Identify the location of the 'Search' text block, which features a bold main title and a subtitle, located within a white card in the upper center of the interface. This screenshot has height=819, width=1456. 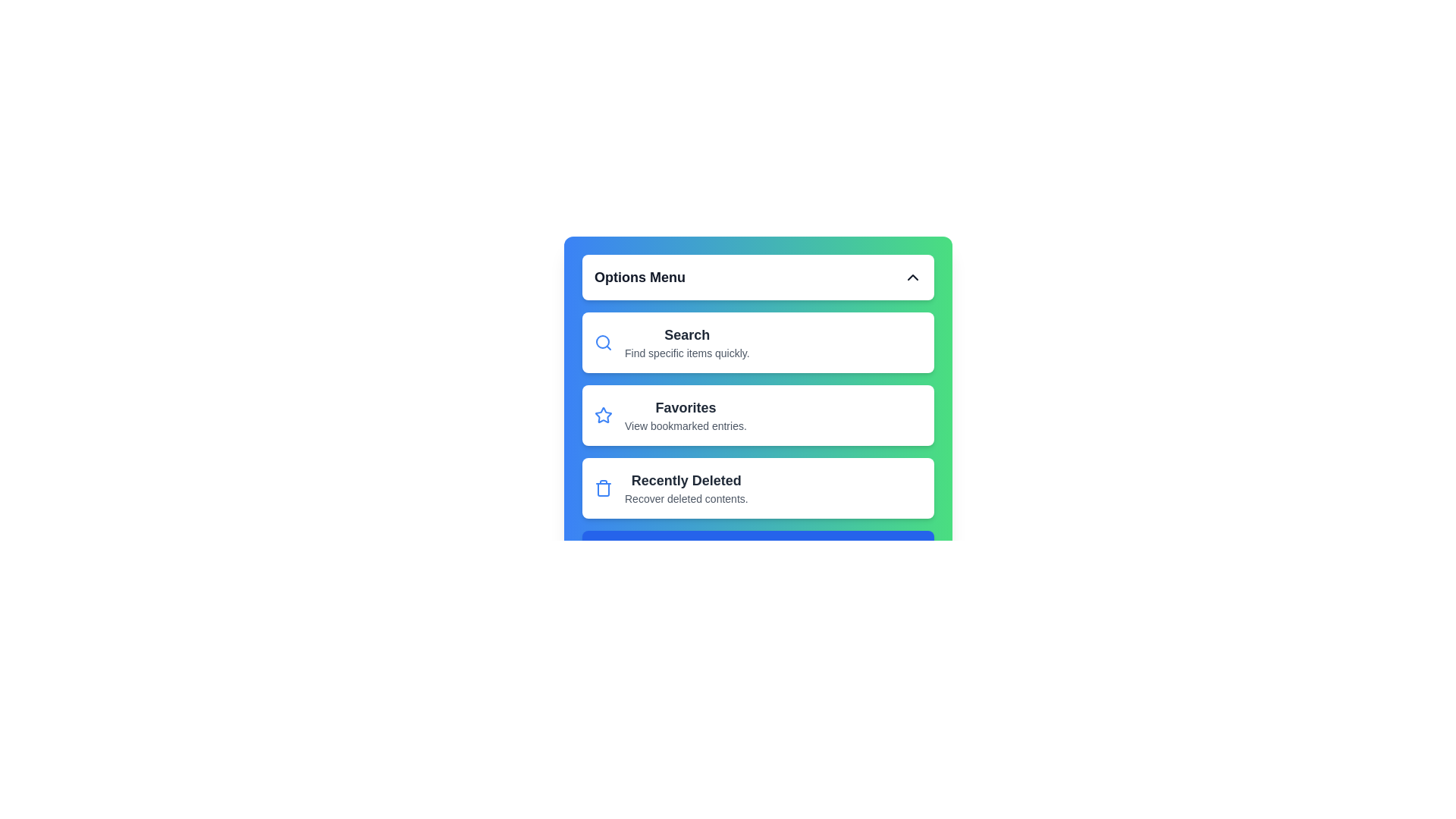
(686, 342).